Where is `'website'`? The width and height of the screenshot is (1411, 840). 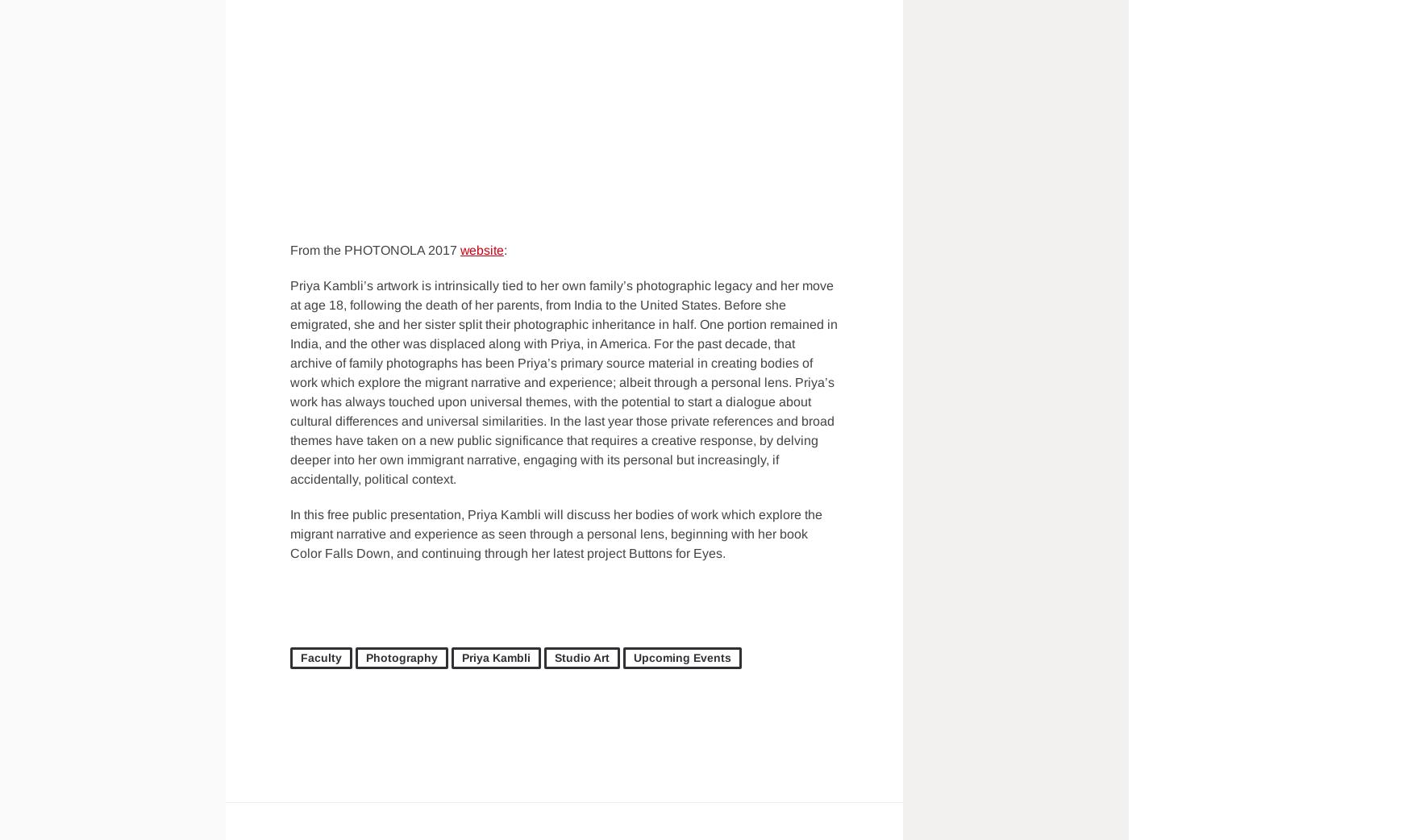 'website' is located at coordinates (482, 250).